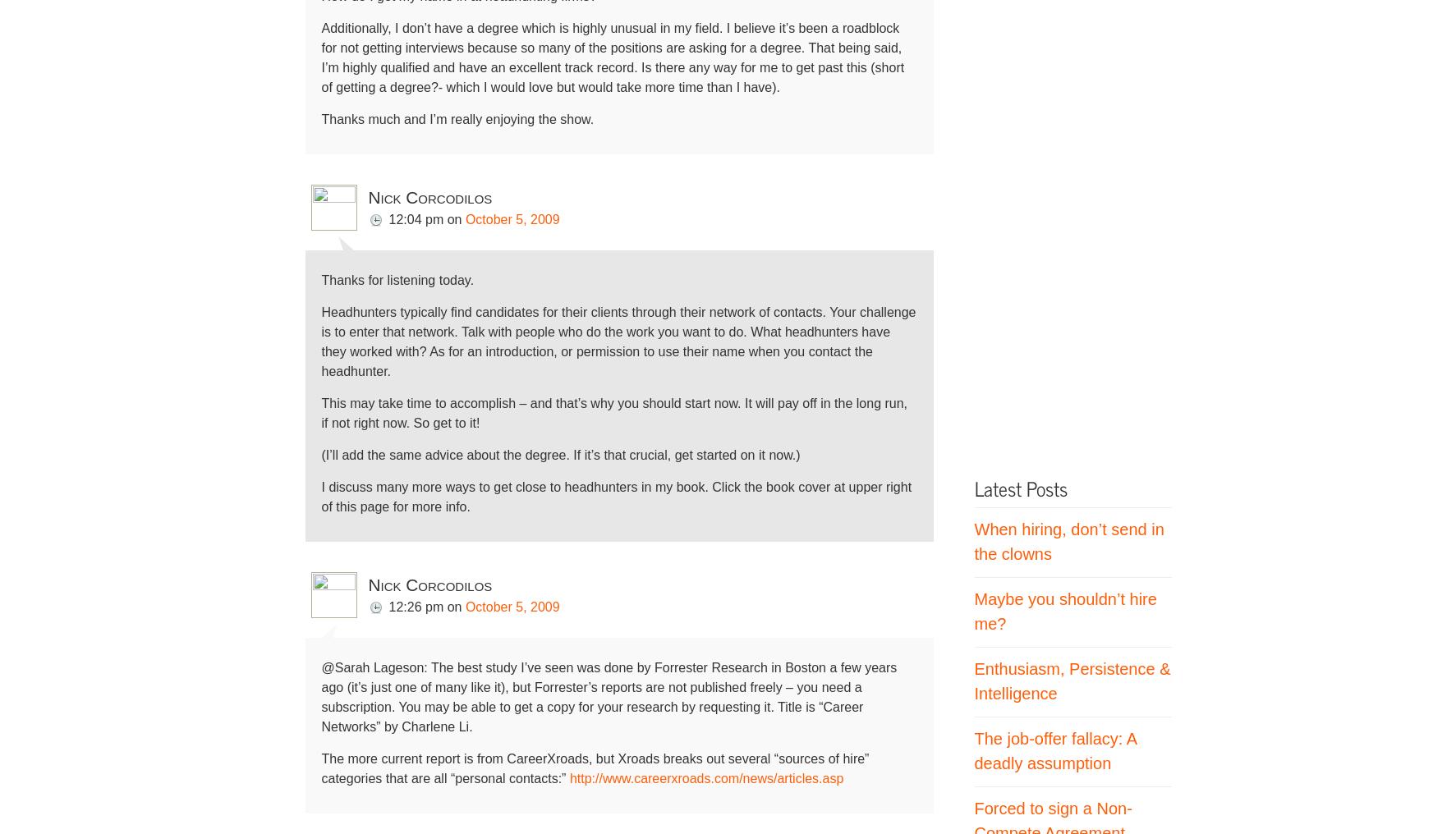  Describe the element at coordinates (972, 488) in the screenshot. I see `'Latest Posts'` at that location.